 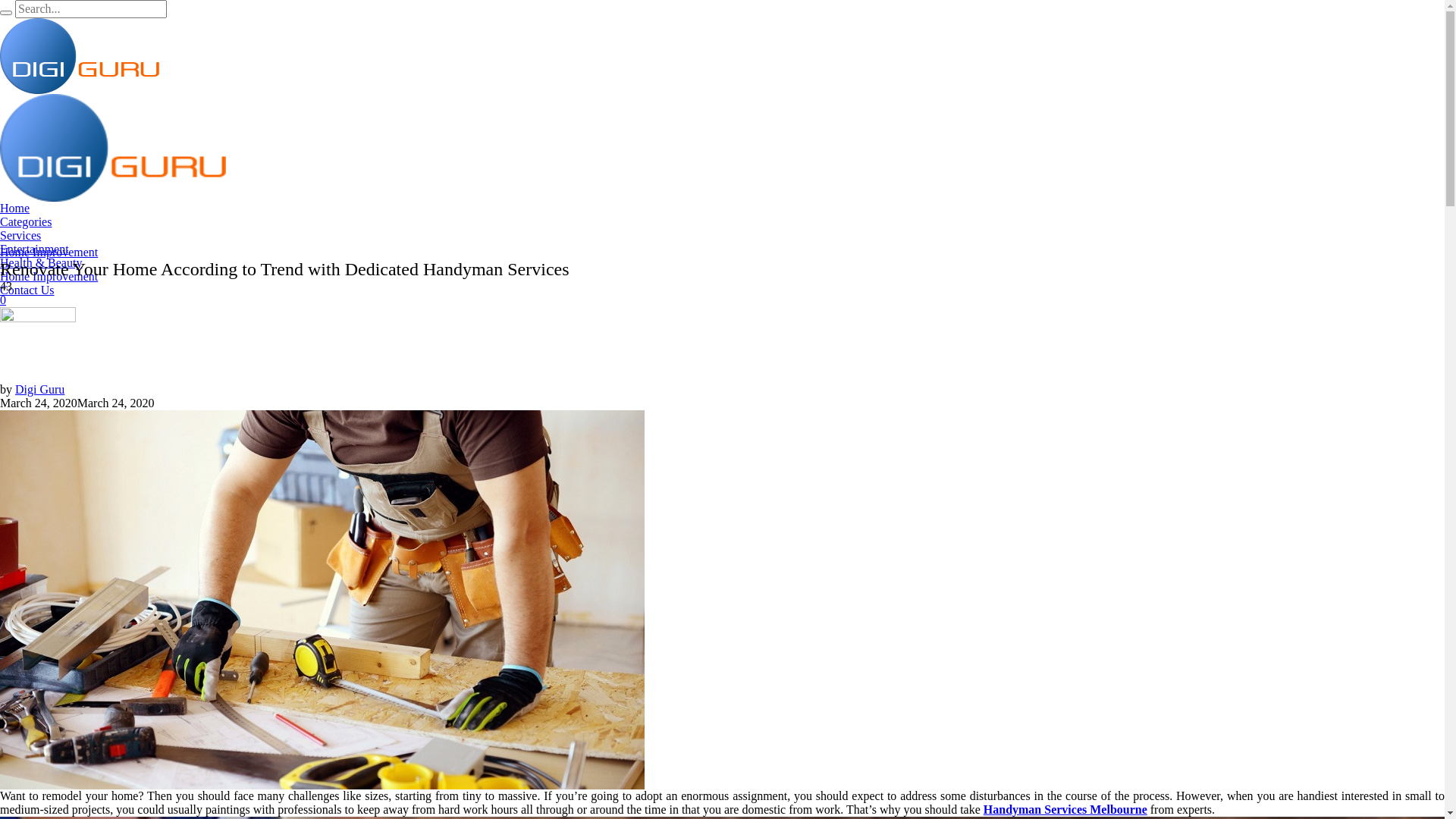 I want to click on 'Digital Guru', so click(x=111, y=100).